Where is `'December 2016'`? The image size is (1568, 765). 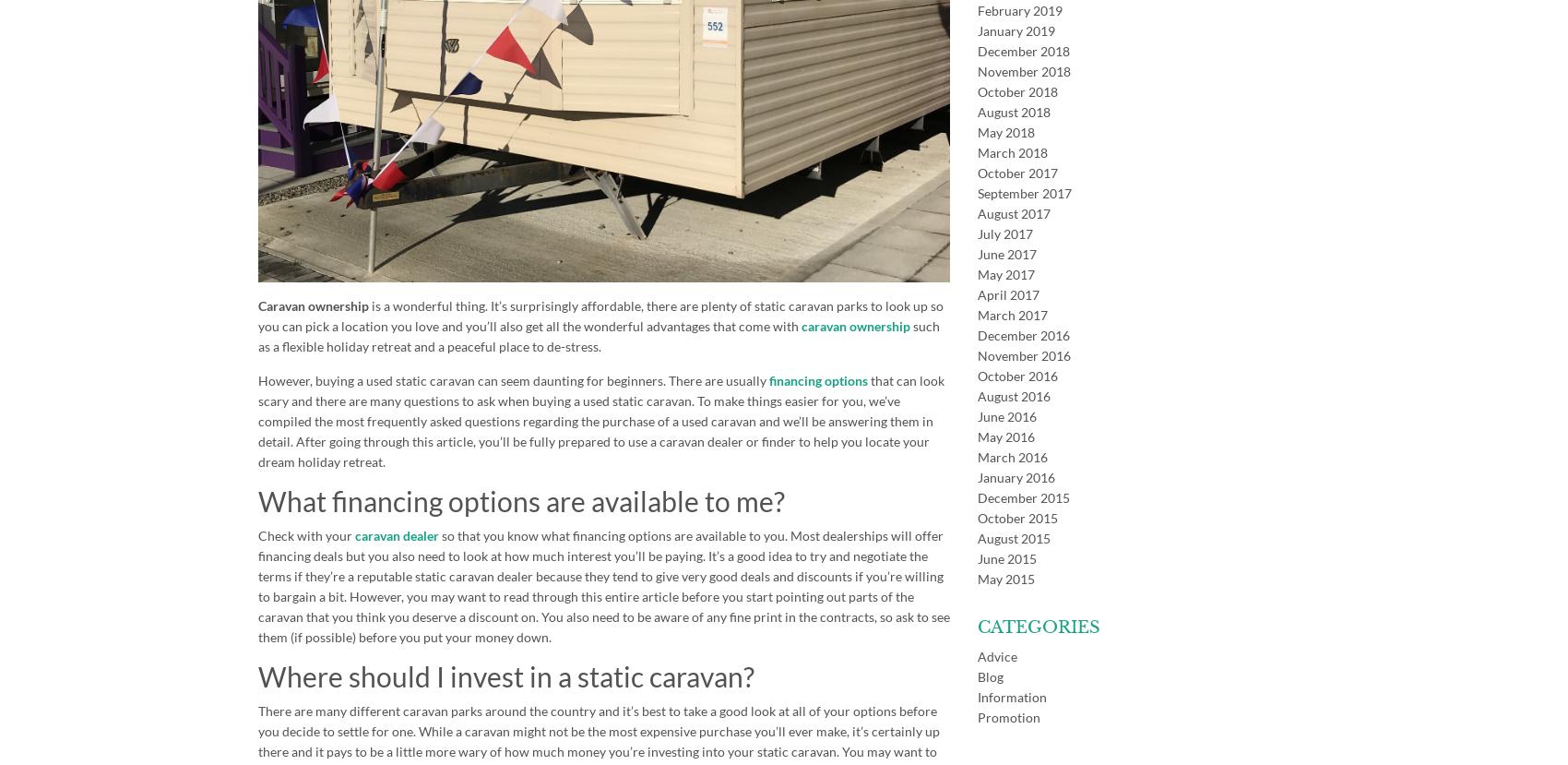
'December 2016' is located at coordinates (1023, 334).